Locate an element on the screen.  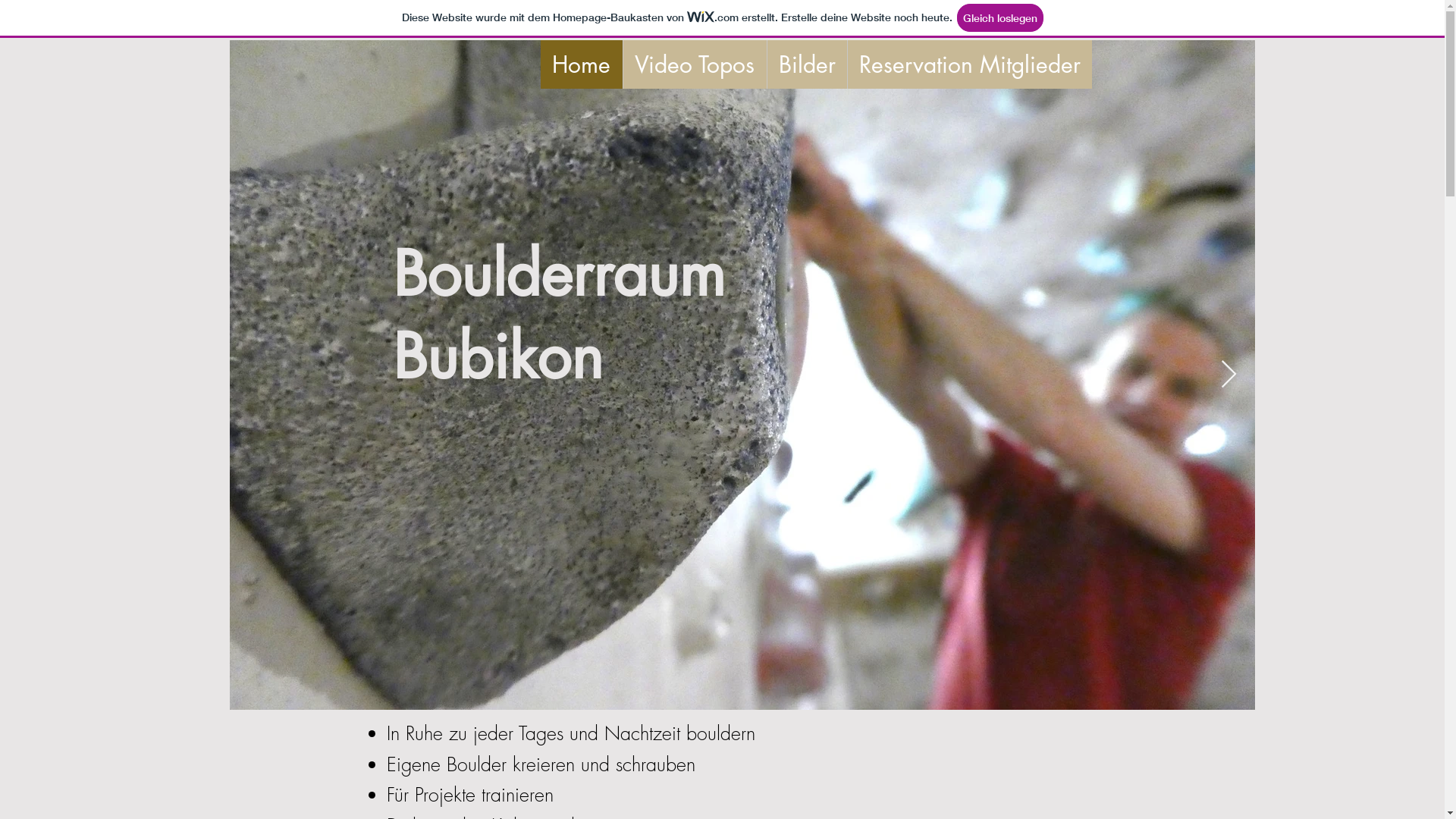
'Reservation Mitglieder' is located at coordinates (846, 63).